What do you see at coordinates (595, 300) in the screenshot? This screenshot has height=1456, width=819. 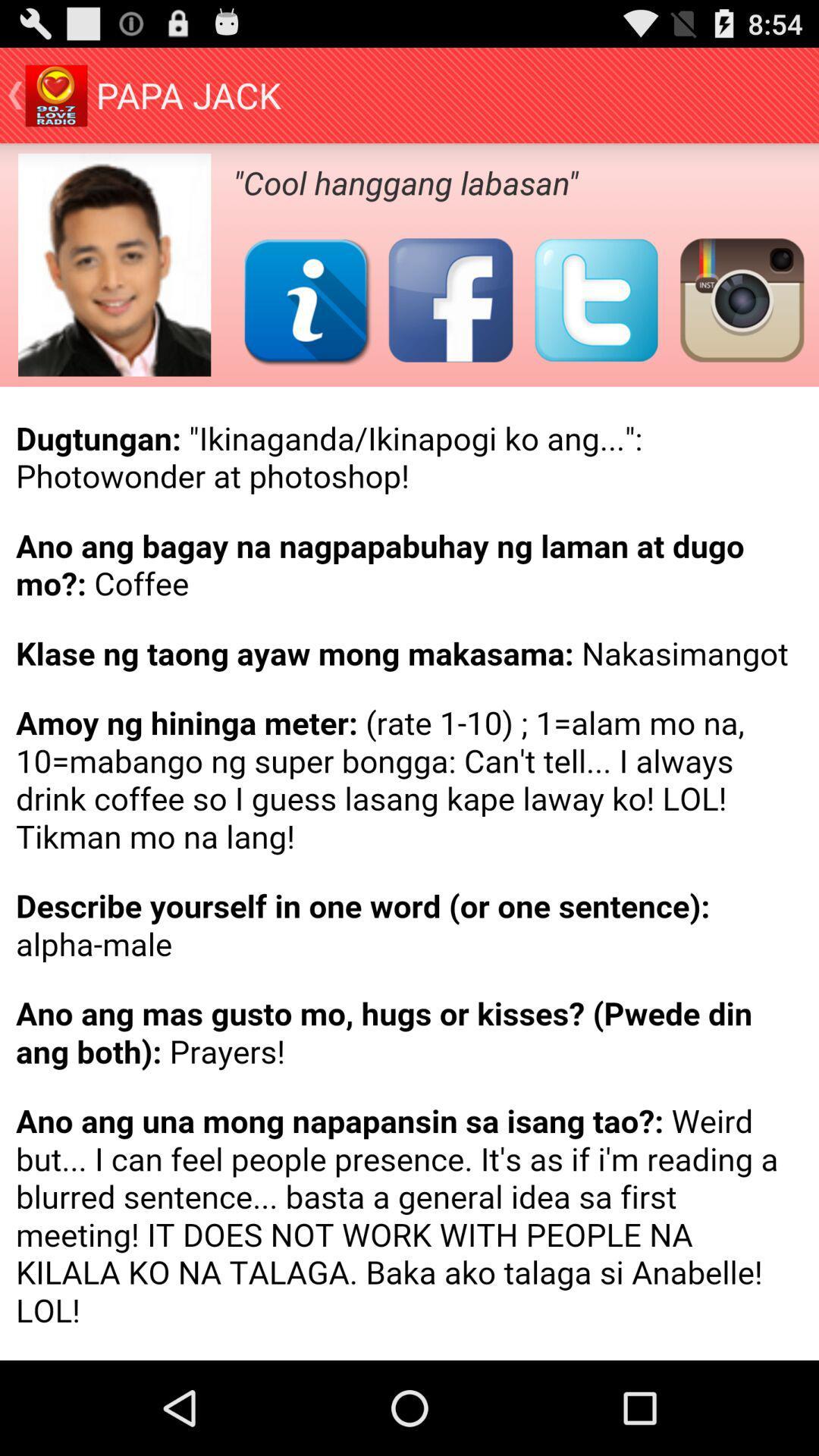 I see `twitter` at bounding box center [595, 300].